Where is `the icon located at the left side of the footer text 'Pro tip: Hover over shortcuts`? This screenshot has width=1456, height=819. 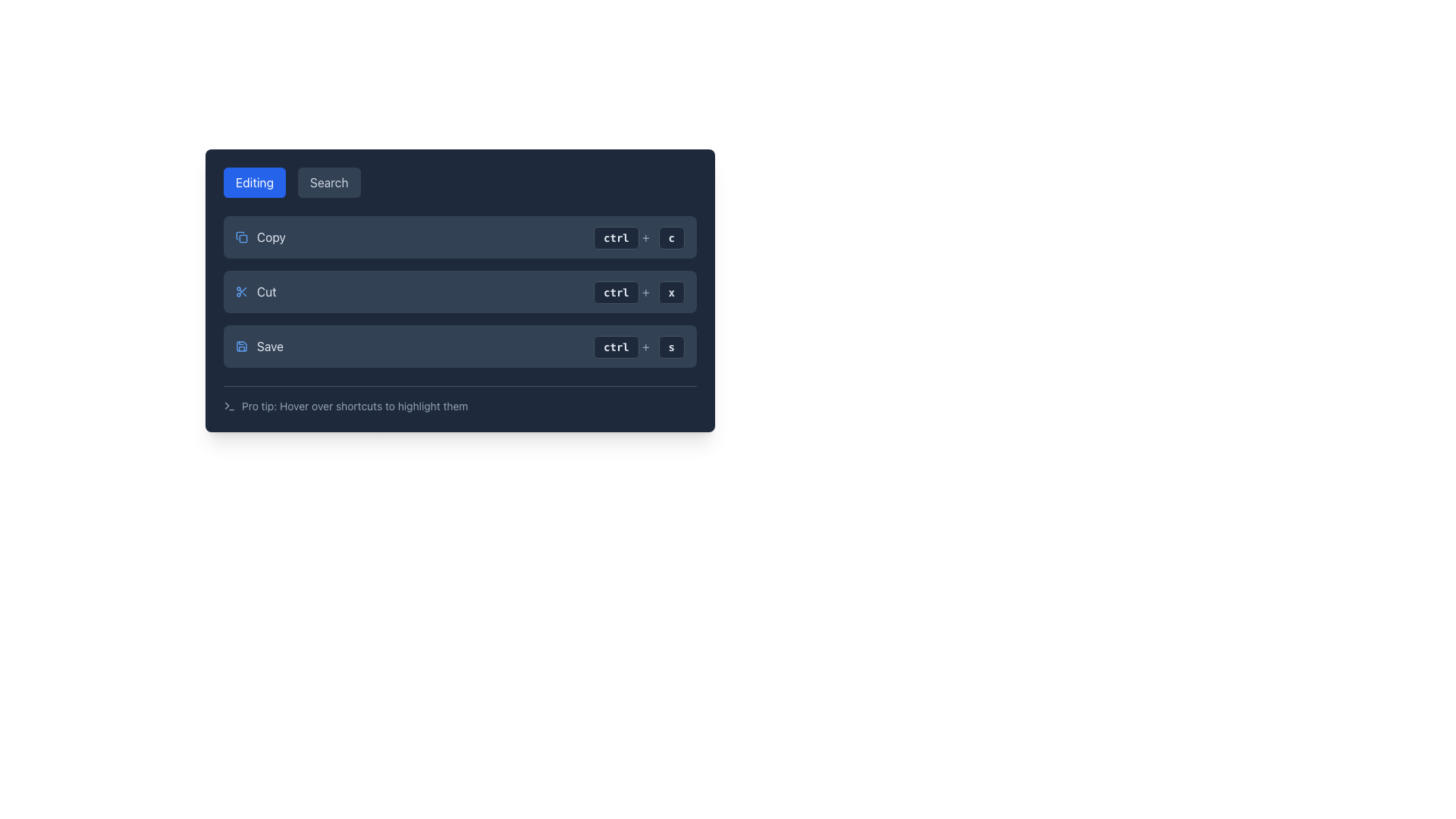
the icon located at the left side of the footer text 'Pro tip: Hover over shortcuts is located at coordinates (228, 406).